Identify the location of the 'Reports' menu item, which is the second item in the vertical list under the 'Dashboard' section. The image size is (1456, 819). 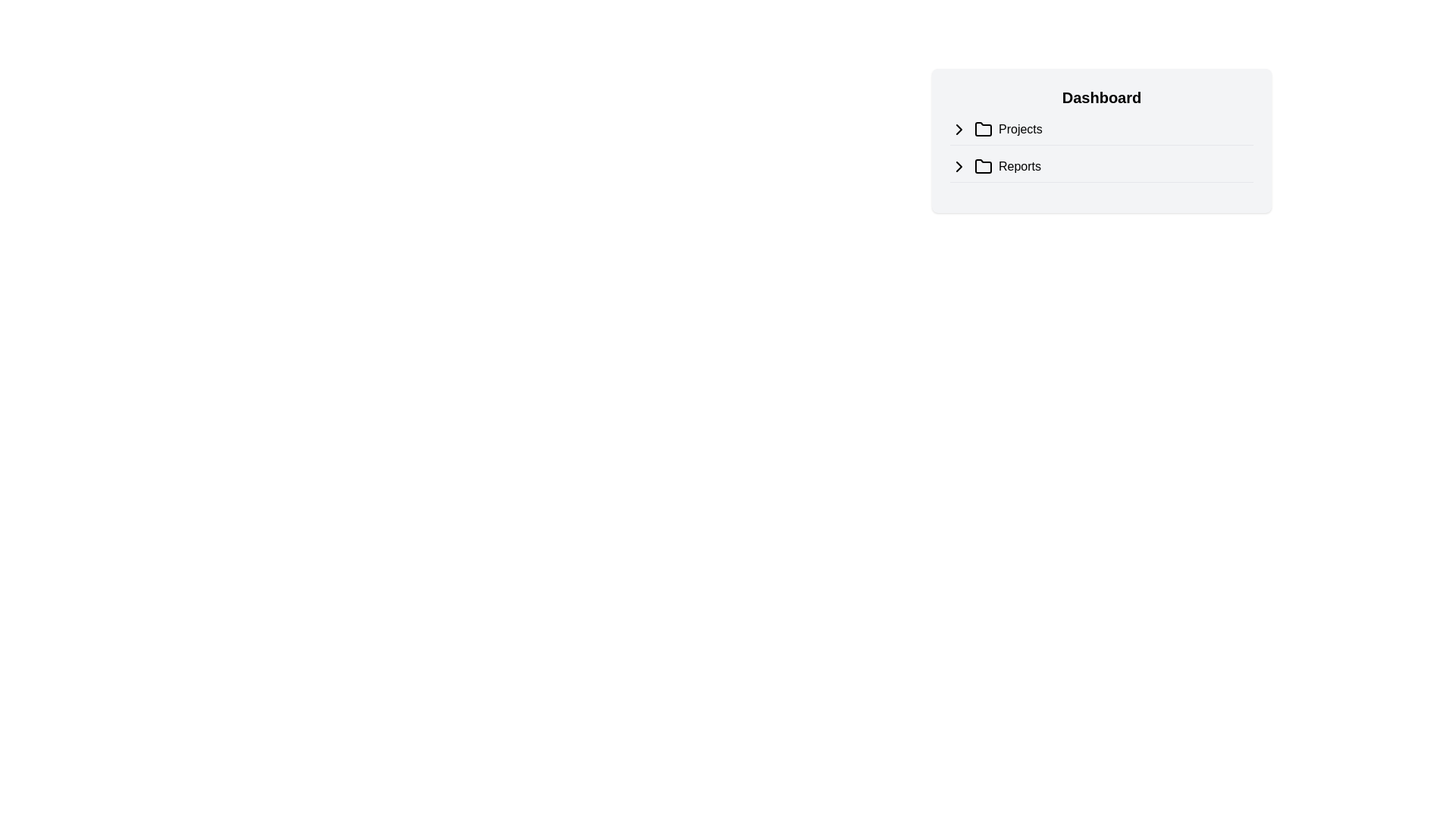
(1102, 169).